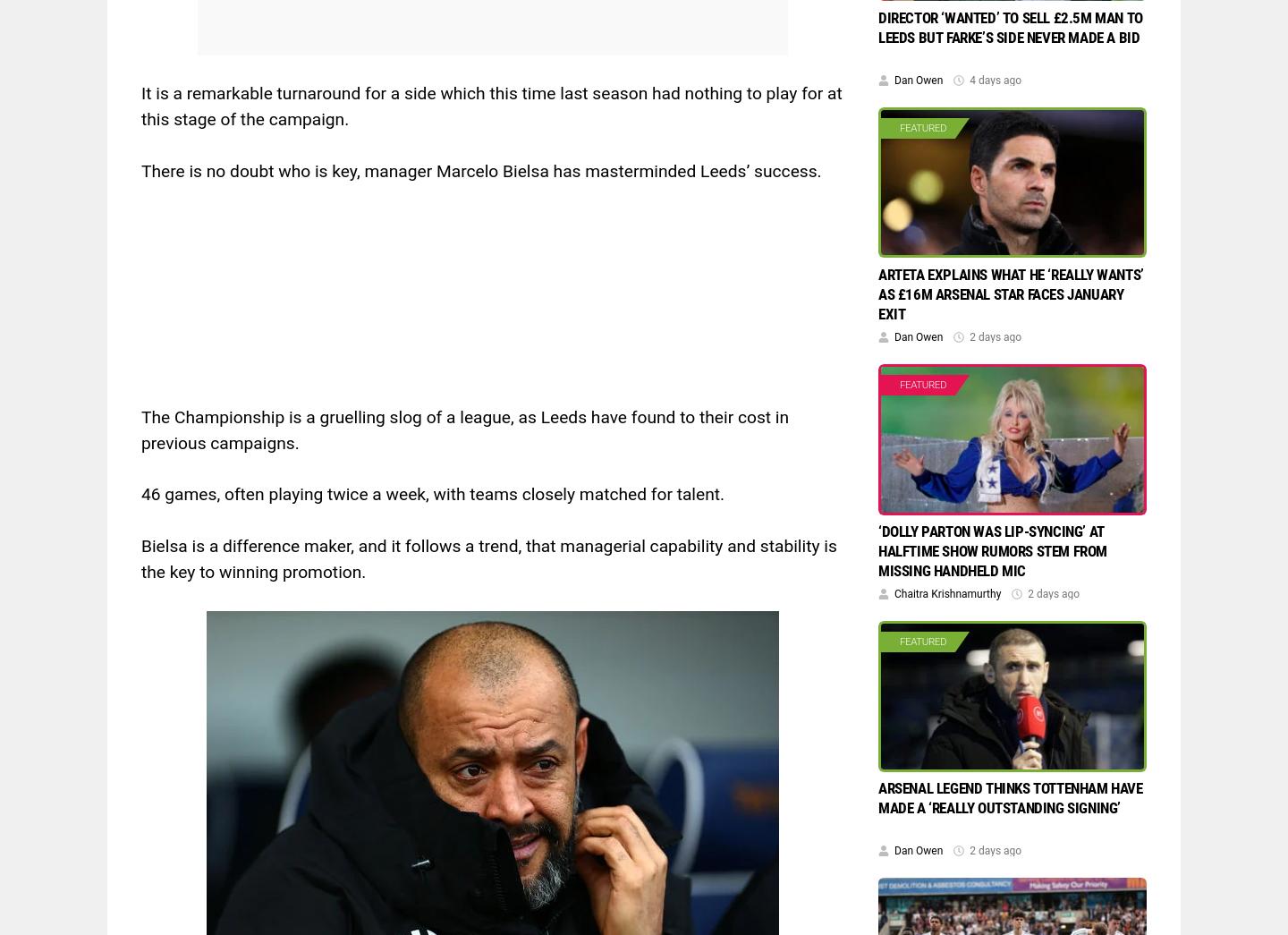  What do you see at coordinates (491, 105) in the screenshot?
I see `'It is a remarkable turnaround for a side which this time last season had nothing to play for at this stage of the campaign.'` at bounding box center [491, 105].